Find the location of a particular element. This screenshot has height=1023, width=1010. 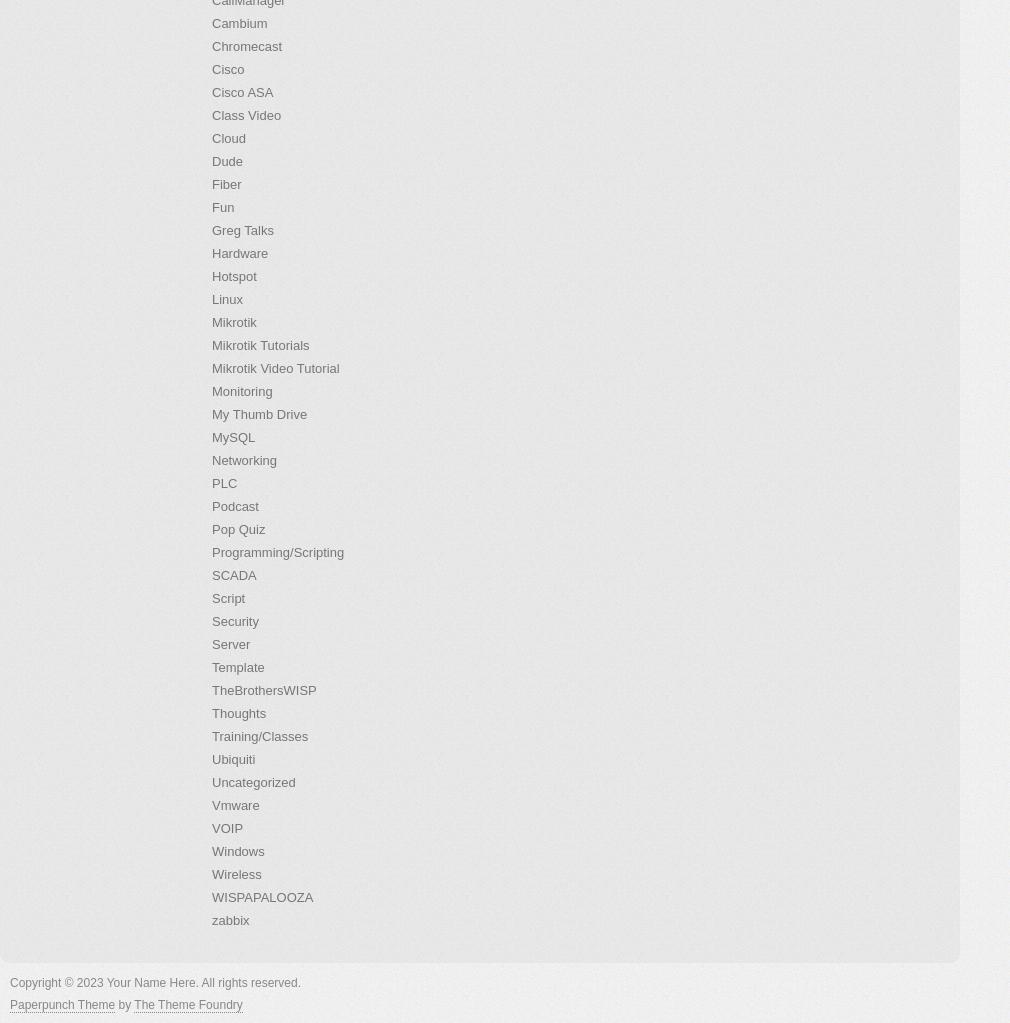

'Cambium' is located at coordinates (210, 23).